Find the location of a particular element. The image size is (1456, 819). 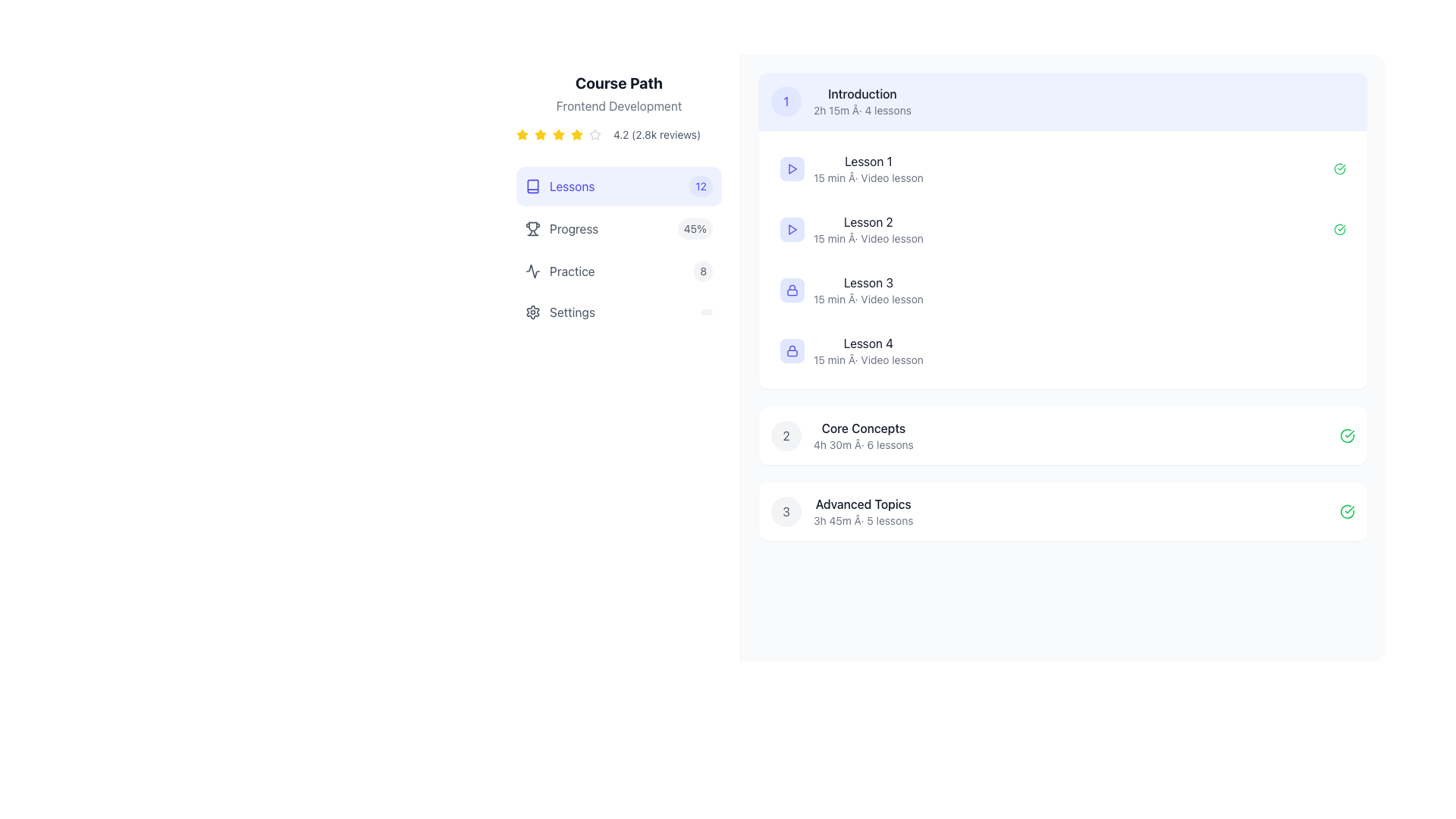

the List item for 'Lesson 3', which provides information about its duration and format is located at coordinates (852, 290).